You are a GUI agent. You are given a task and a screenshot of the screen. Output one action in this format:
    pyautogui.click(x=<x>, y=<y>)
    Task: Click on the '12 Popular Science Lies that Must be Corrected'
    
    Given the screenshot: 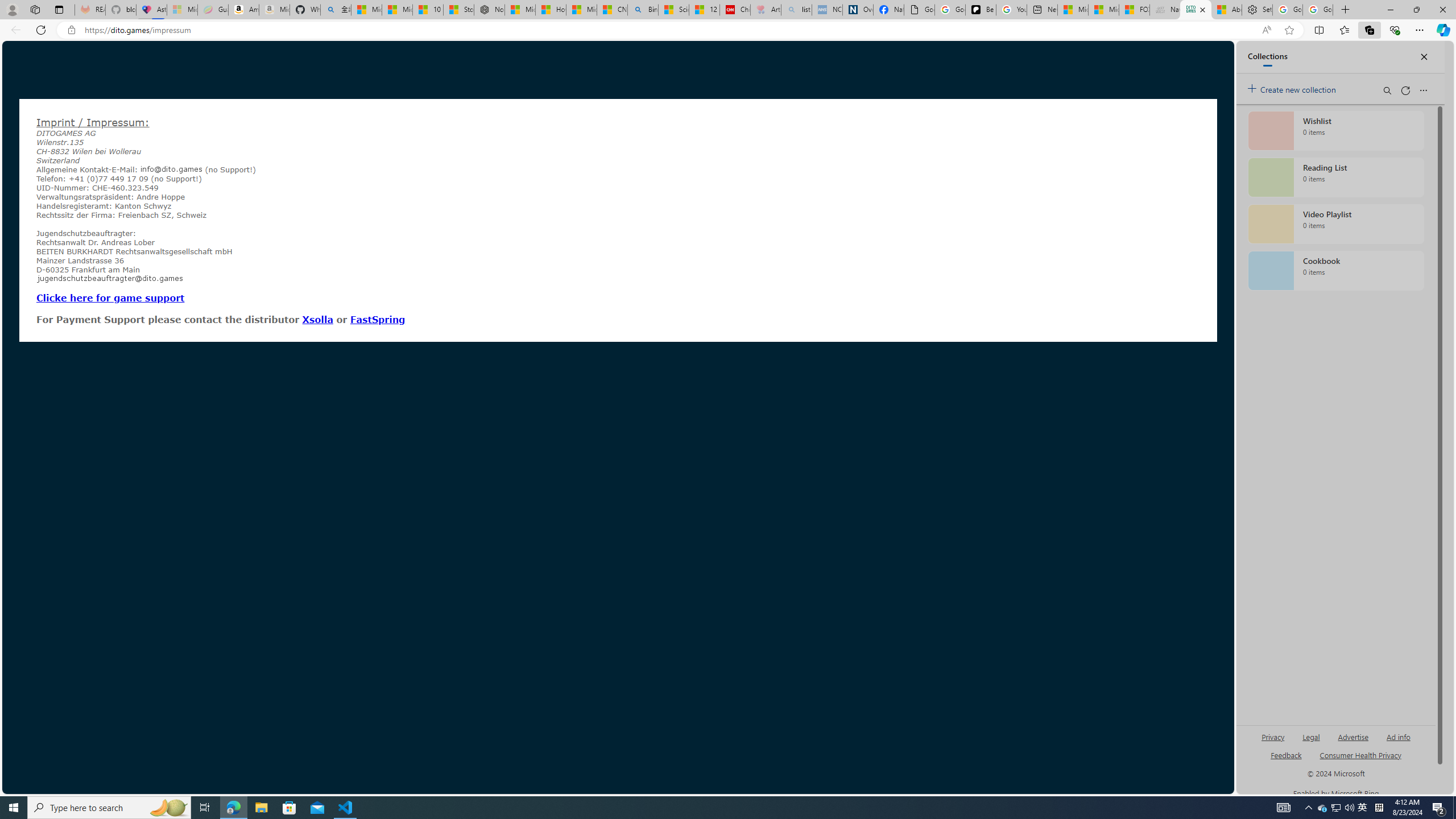 What is the action you would take?
    pyautogui.click(x=705, y=9)
    